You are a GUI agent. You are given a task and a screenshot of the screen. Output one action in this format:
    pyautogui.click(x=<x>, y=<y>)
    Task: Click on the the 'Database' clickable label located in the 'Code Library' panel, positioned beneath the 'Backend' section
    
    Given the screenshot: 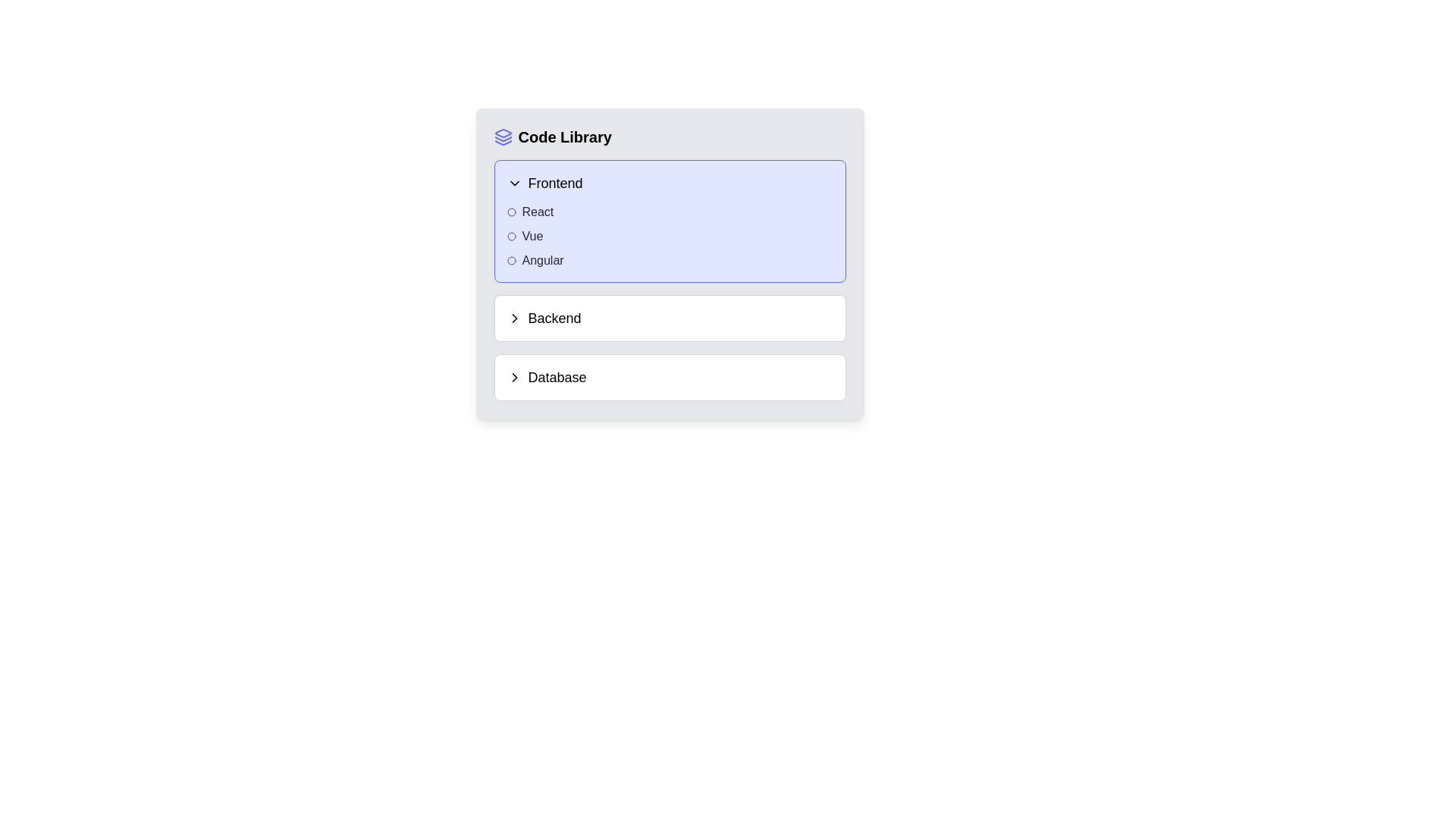 What is the action you would take?
    pyautogui.click(x=556, y=376)
    